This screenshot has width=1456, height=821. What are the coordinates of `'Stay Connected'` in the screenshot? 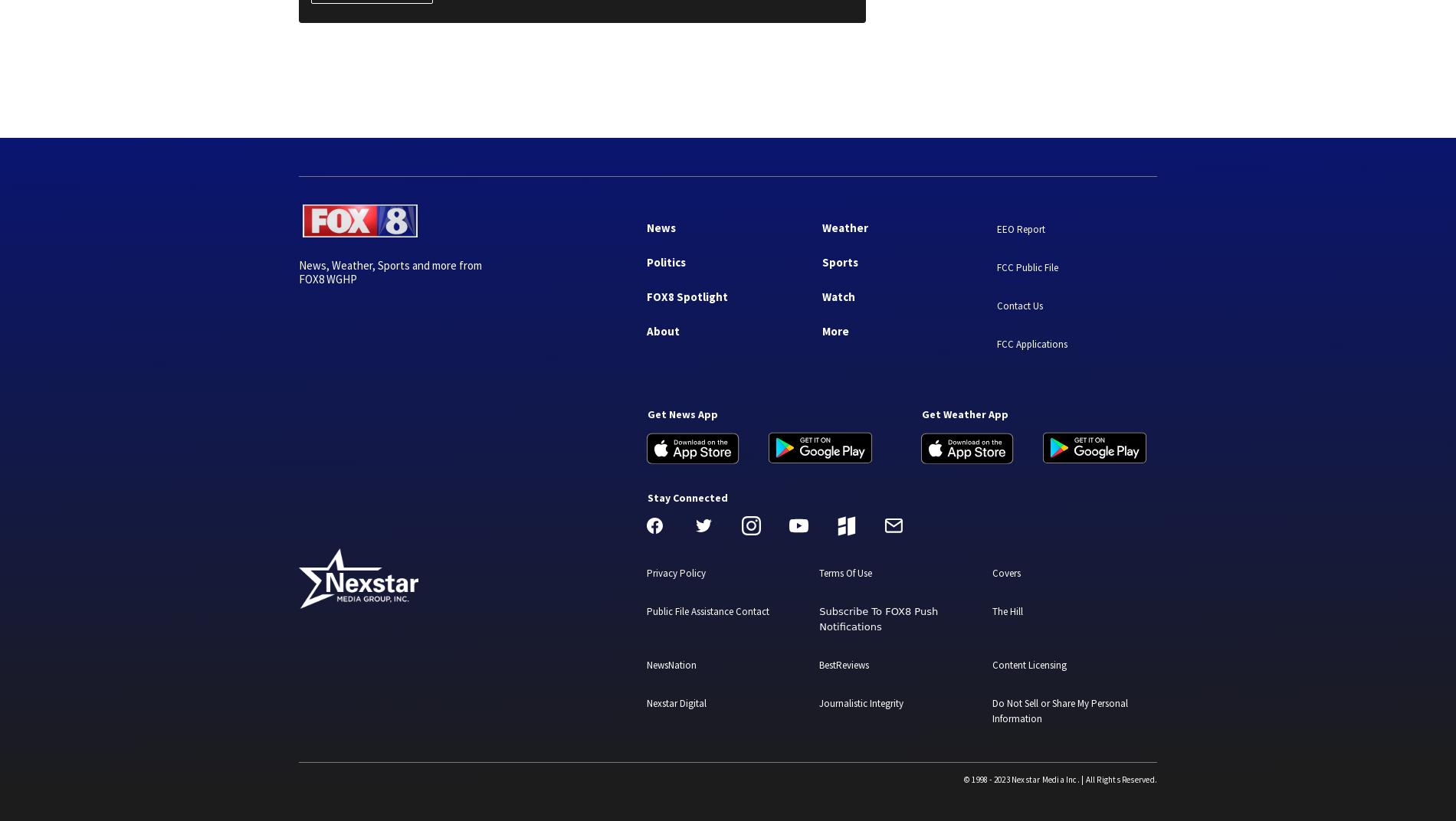 It's located at (687, 496).